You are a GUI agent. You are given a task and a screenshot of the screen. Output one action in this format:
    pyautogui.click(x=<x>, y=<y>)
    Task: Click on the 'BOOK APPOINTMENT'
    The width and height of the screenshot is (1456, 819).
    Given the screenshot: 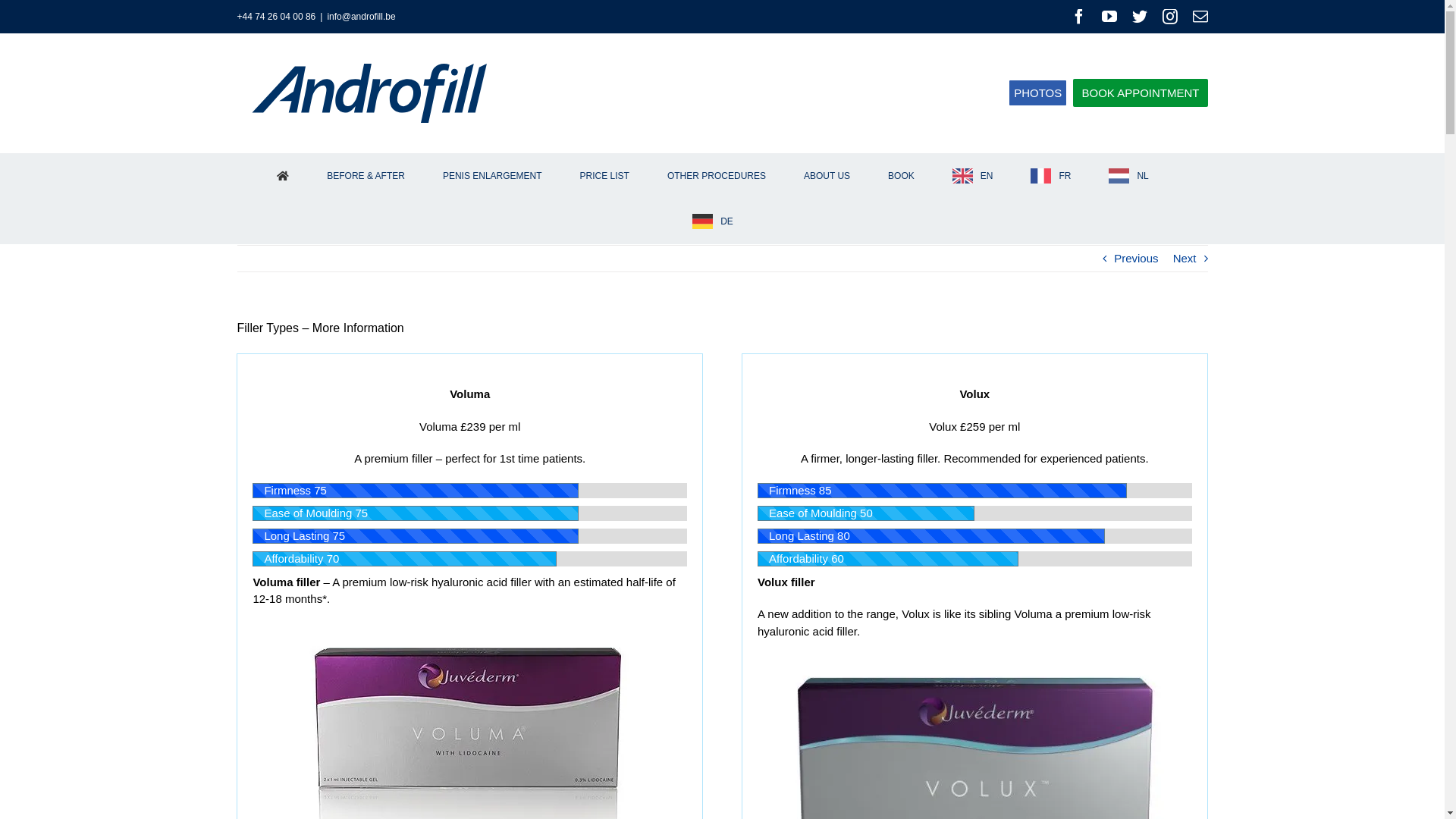 What is the action you would take?
    pyautogui.click(x=1072, y=93)
    